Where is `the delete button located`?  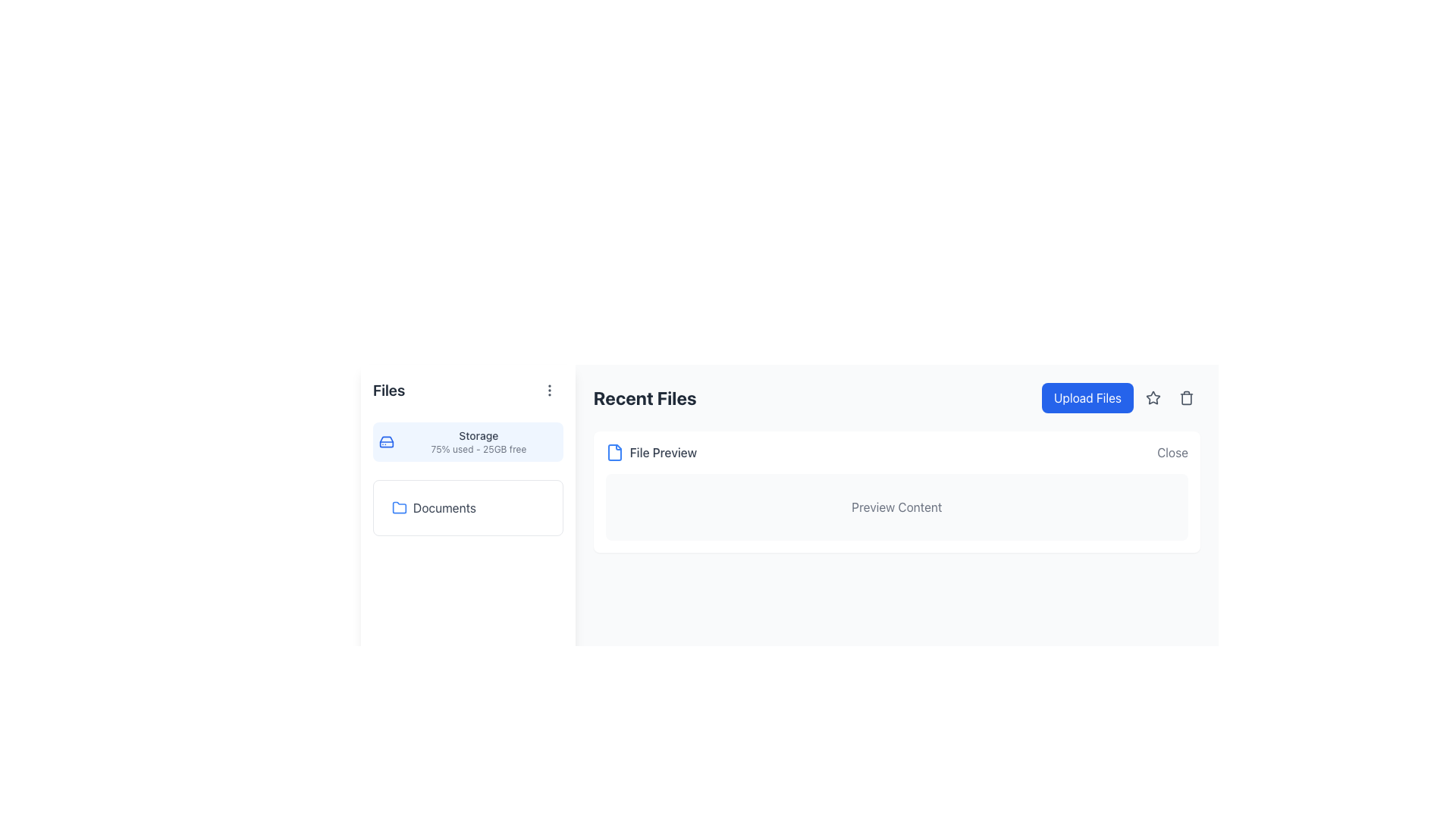
the delete button located is located at coordinates (1185, 397).